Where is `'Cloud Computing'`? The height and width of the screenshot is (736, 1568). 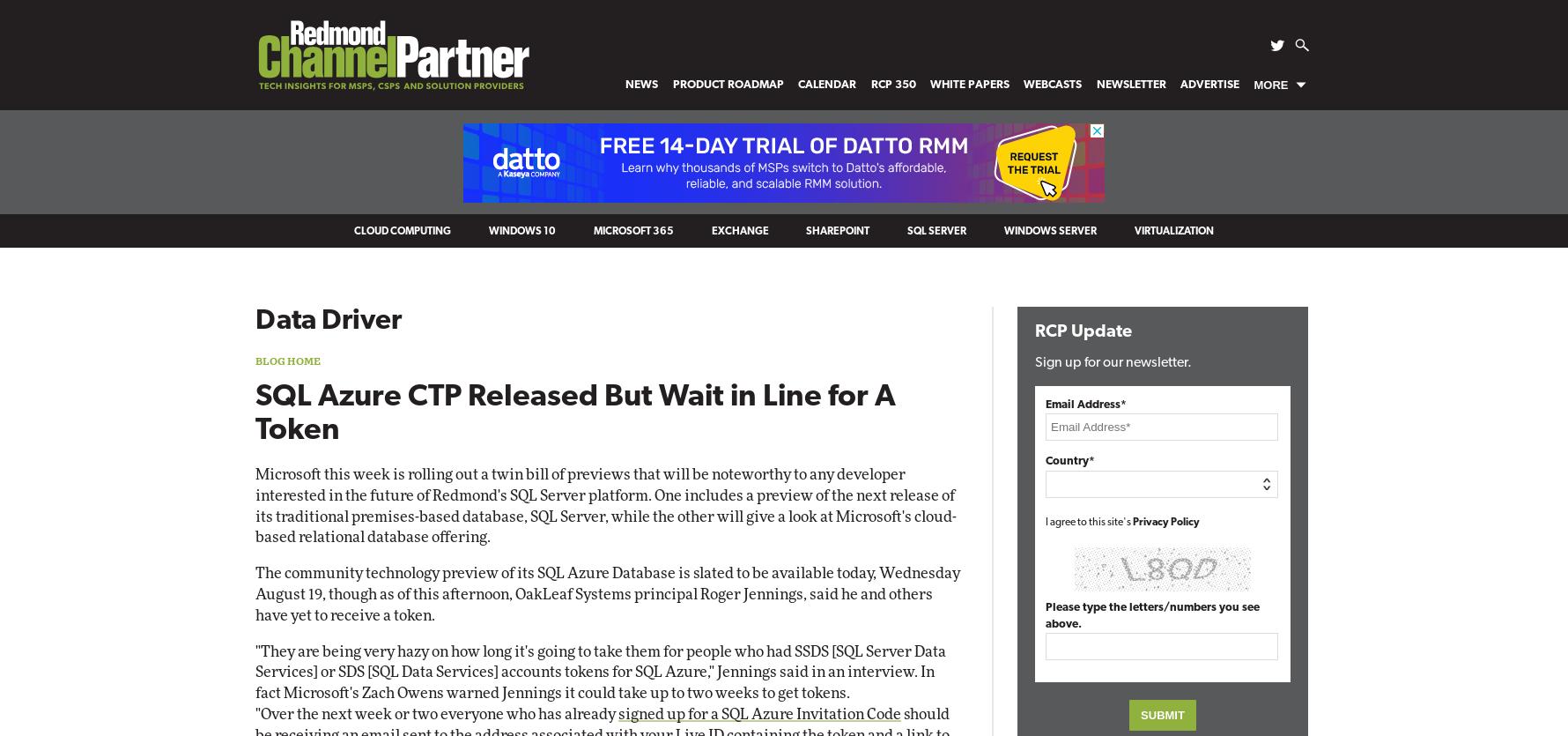 'Cloud Computing' is located at coordinates (402, 231).